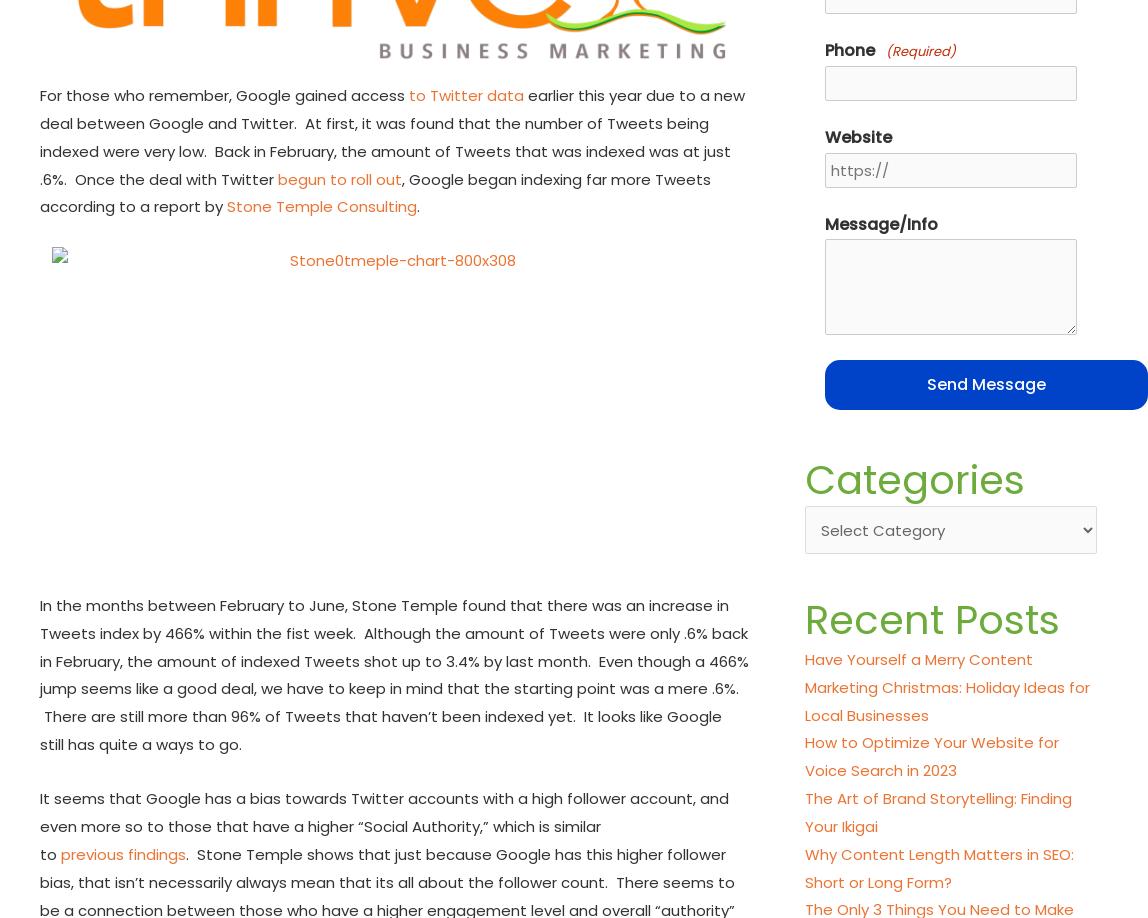  I want to click on 'Have Yourself a Merry Content Marketing Christmas: Holiday Ideas for Local Businesses', so click(946, 686).